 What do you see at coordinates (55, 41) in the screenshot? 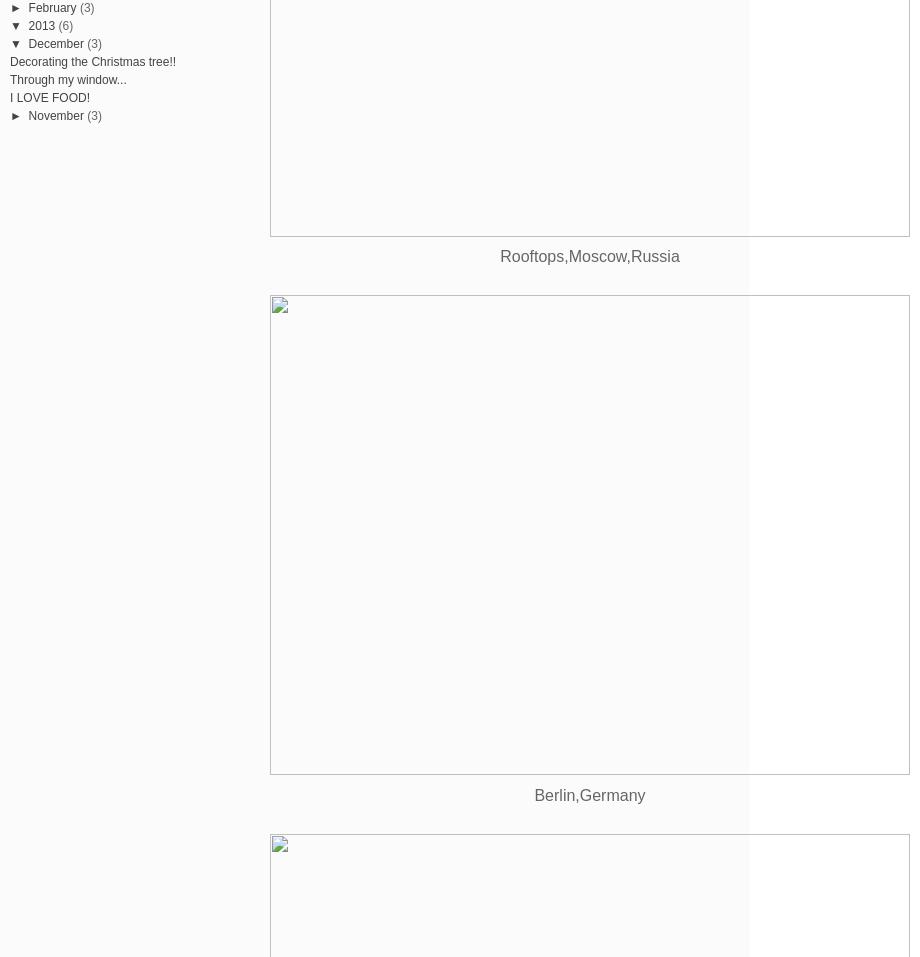
I see `'December'` at bounding box center [55, 41].